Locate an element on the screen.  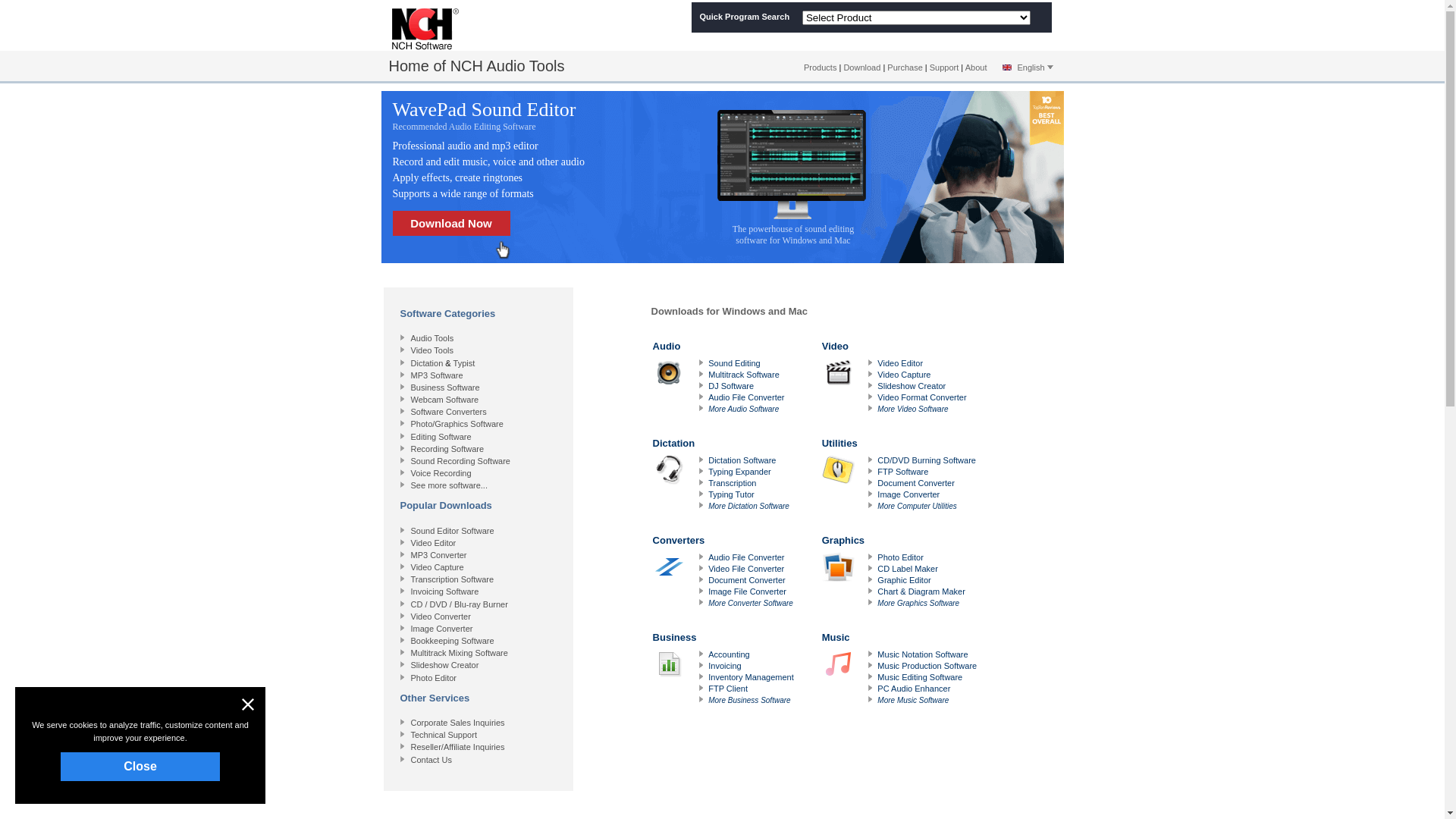
'Purchase' is located at coordinates (887, 66).